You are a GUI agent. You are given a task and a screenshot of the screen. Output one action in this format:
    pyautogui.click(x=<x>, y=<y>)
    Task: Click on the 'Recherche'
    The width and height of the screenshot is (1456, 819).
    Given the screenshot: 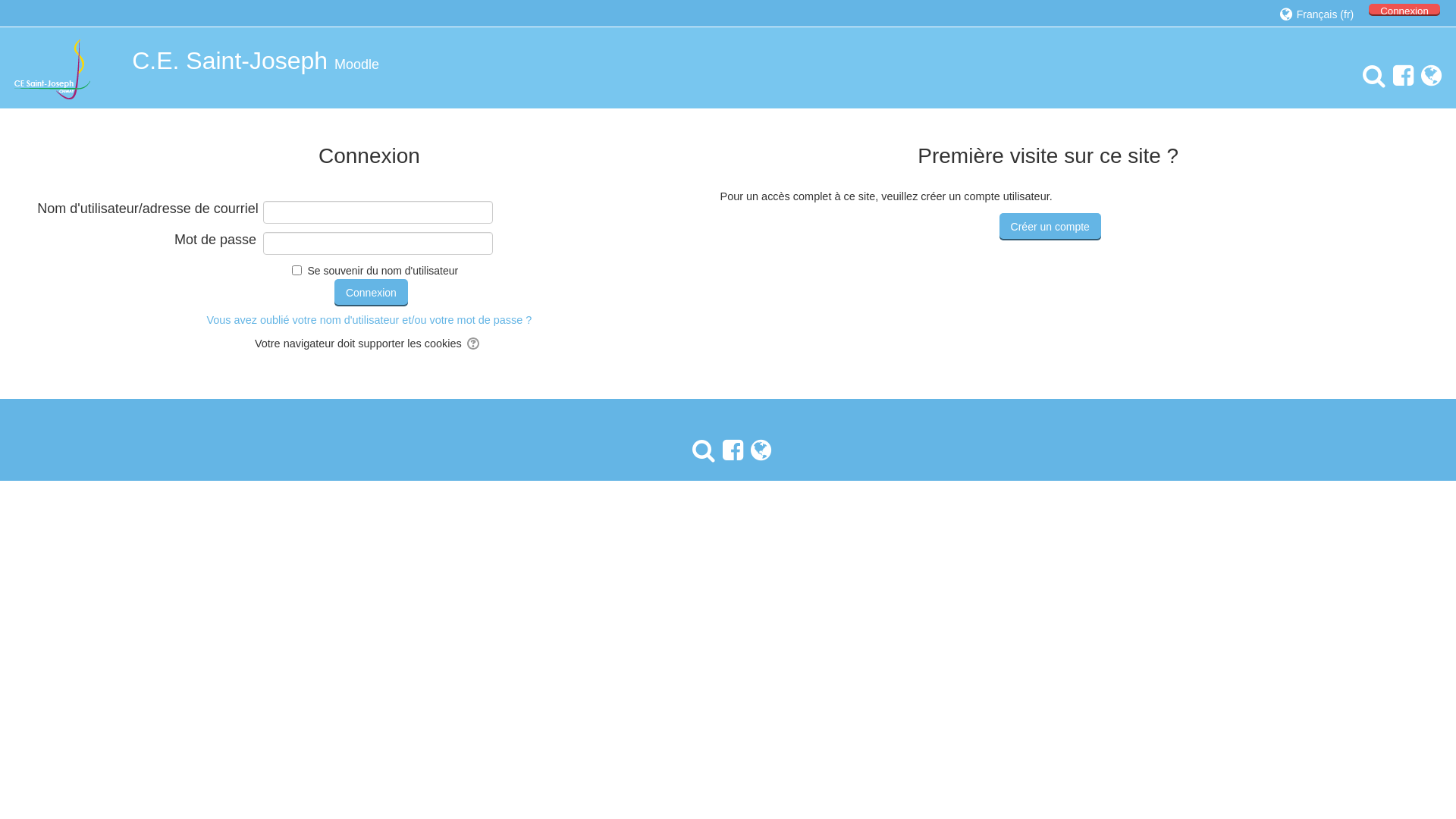 What is the action you would take?
    pyautogui.click(x=1370, y=76)
    